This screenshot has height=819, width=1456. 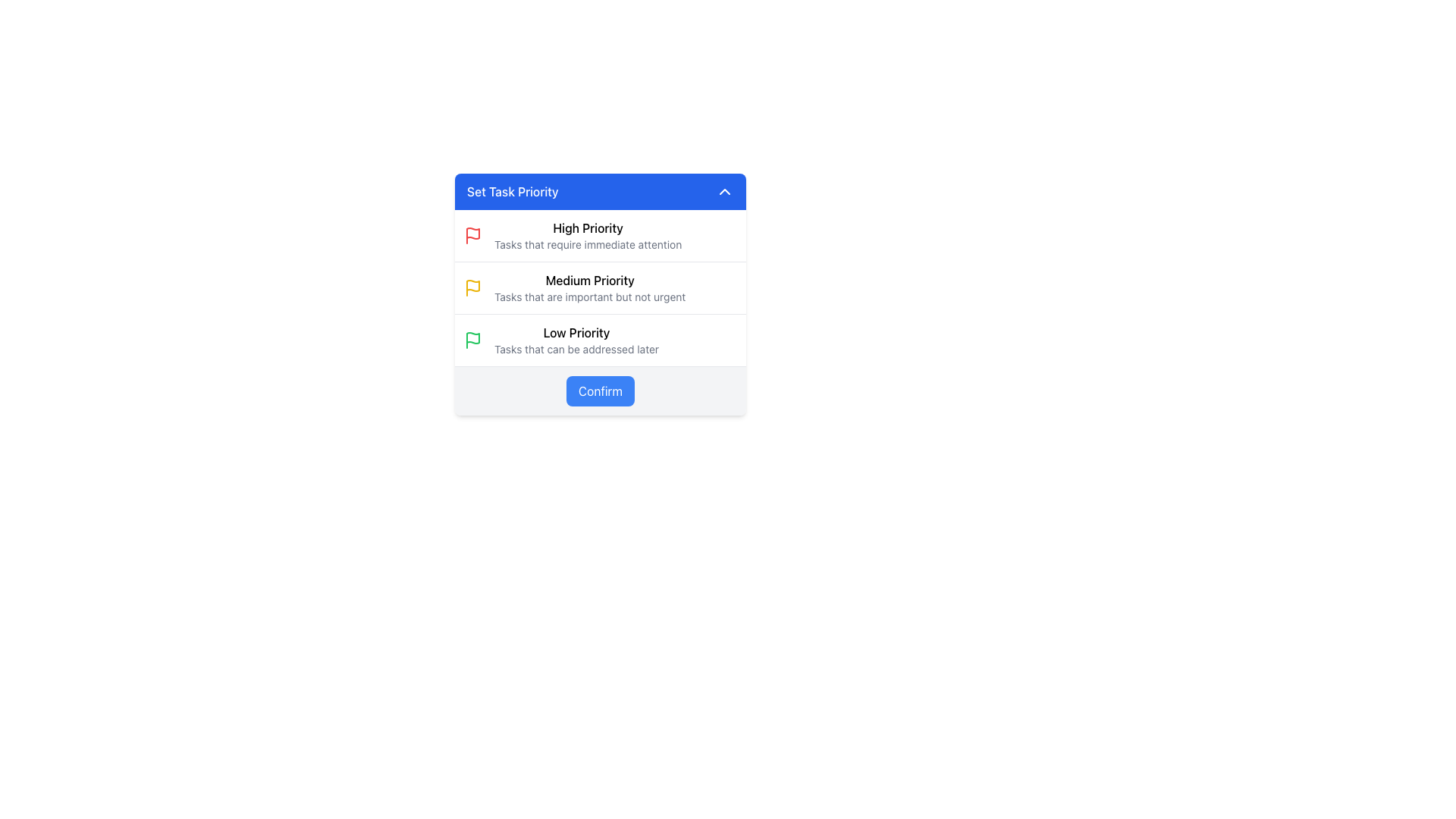 I want to click on the text label displaying 'Tasks that require immediate attention.' positioned below the 'High Priority' label in the priority selection dialog, so click(x=587, y=244).